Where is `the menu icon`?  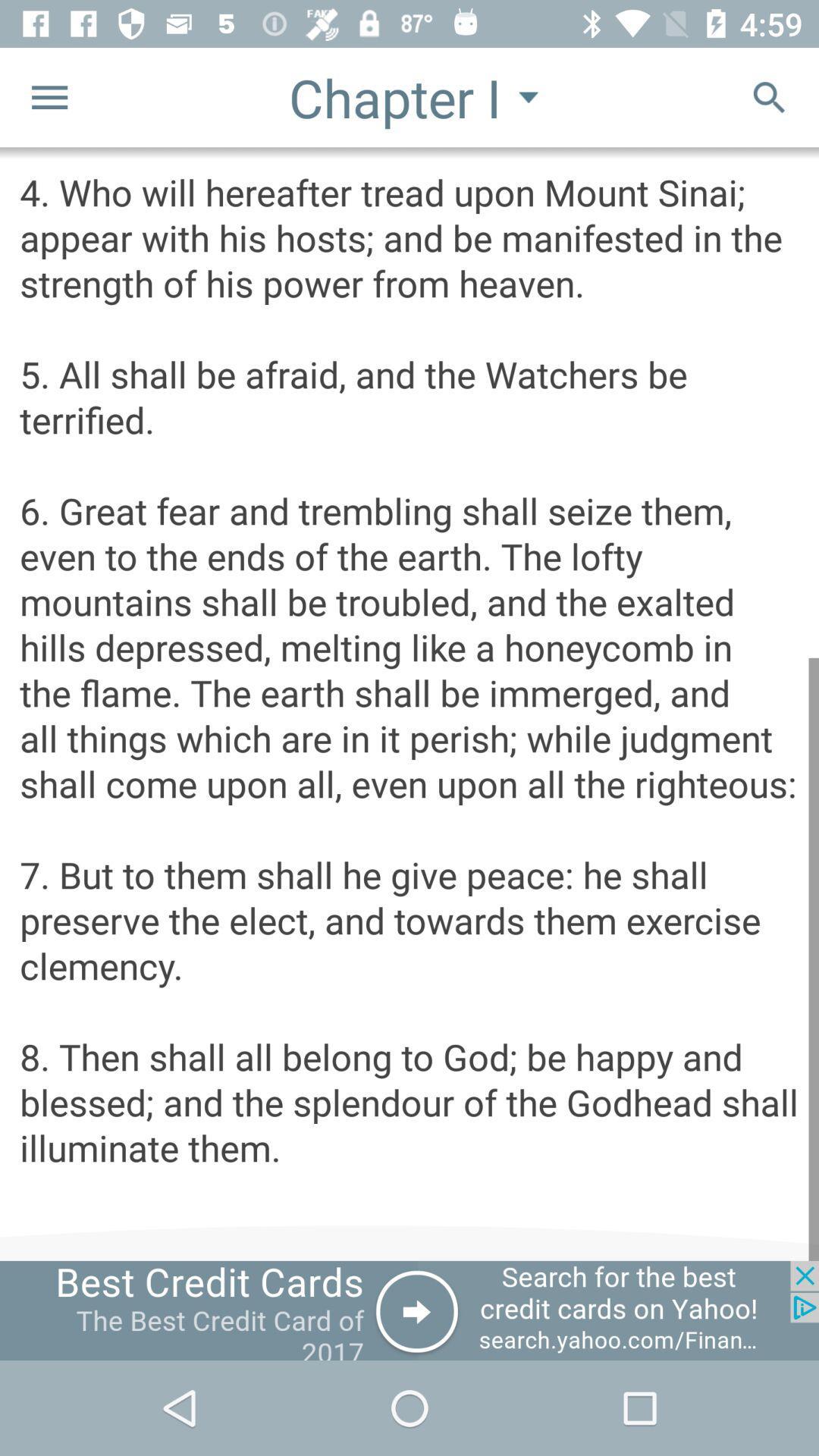
the menu icon is located at coordinates (49, 96).